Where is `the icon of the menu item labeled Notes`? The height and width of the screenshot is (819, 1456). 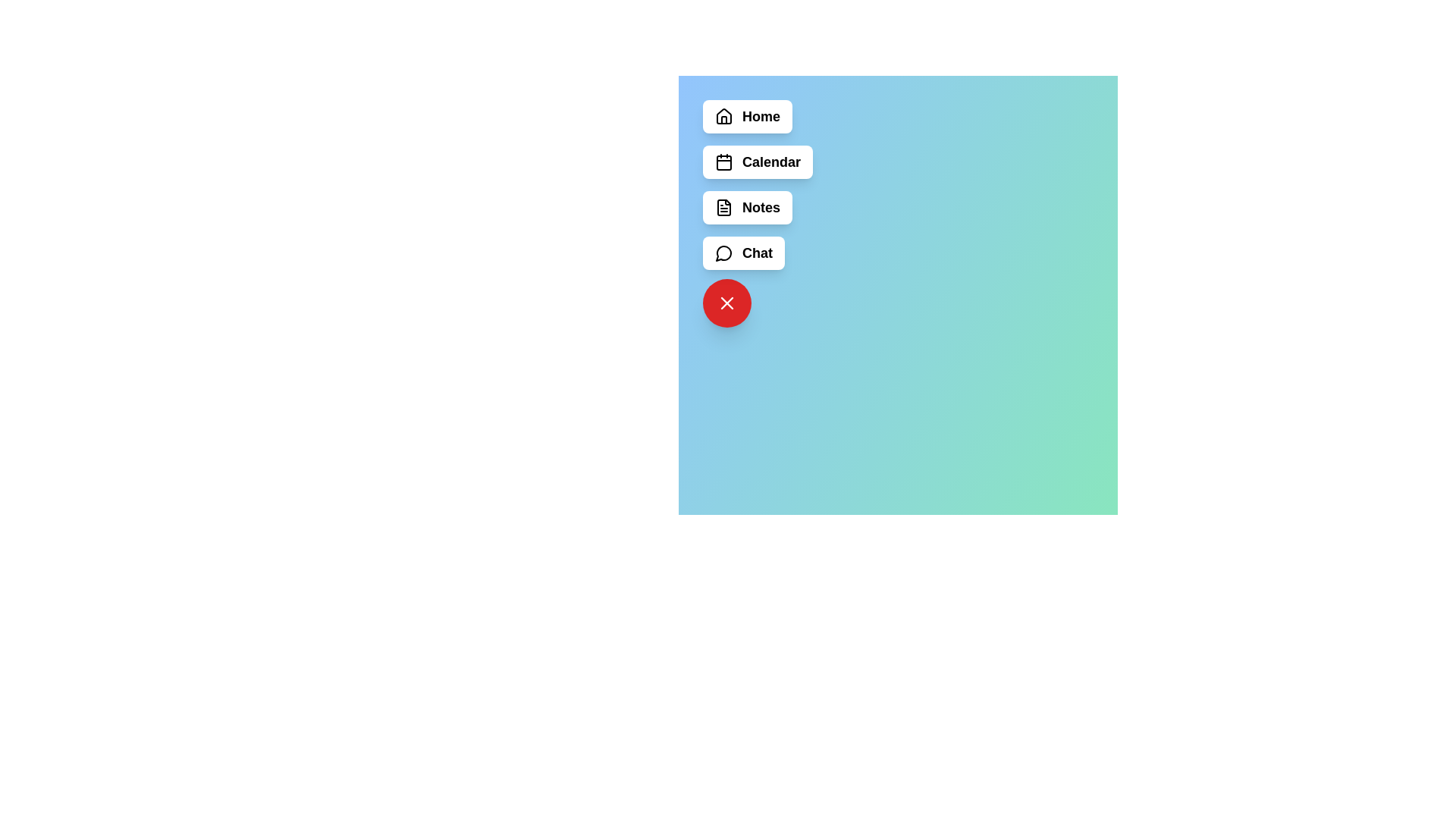
the icon of the menu item labeled Notes is located at coordinates (723, 207).